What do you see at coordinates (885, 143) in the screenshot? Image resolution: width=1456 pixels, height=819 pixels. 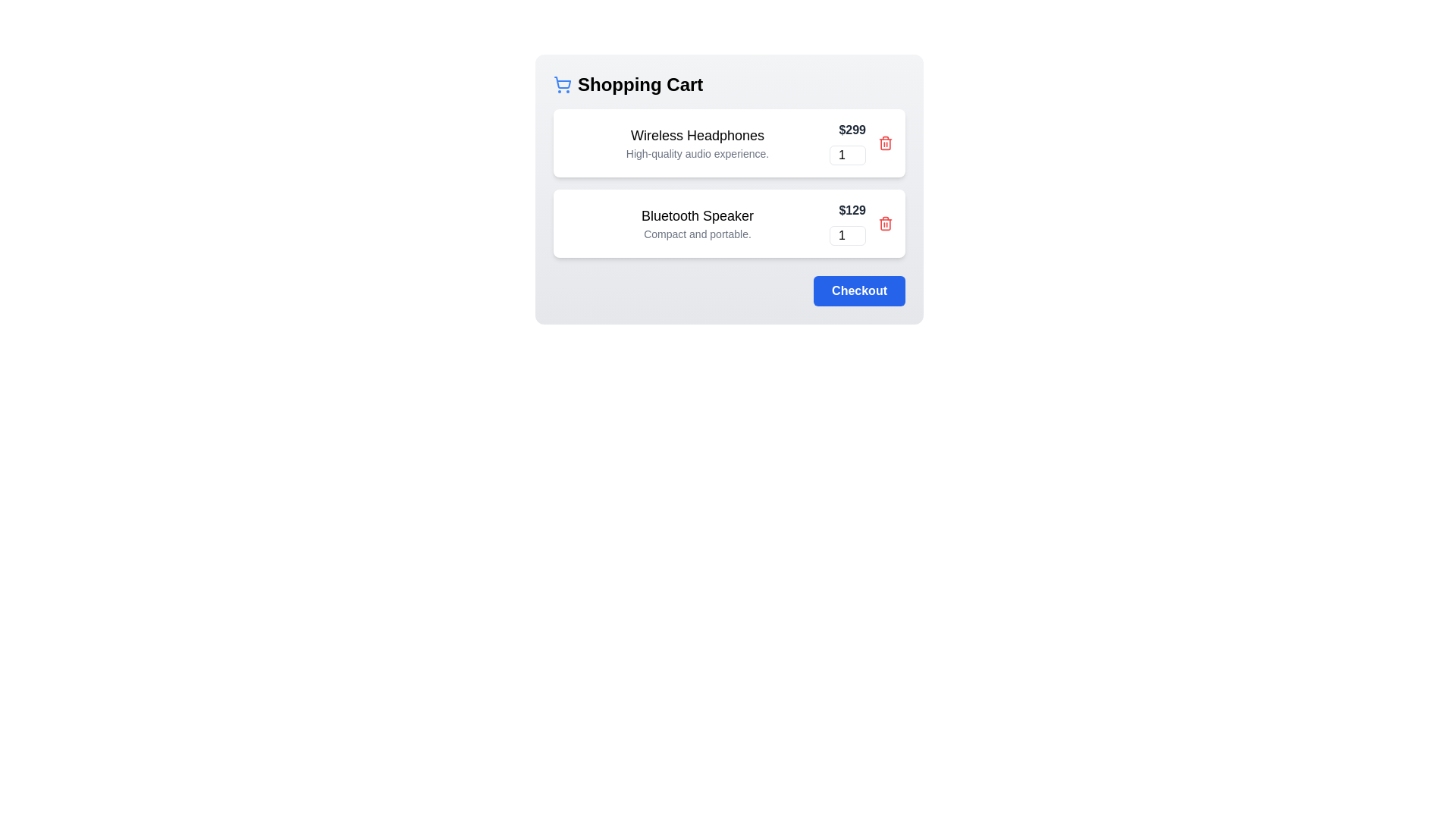 I see `the trash icon to remove Wireless Headphones from the cart` at bounding box center [885, 143].